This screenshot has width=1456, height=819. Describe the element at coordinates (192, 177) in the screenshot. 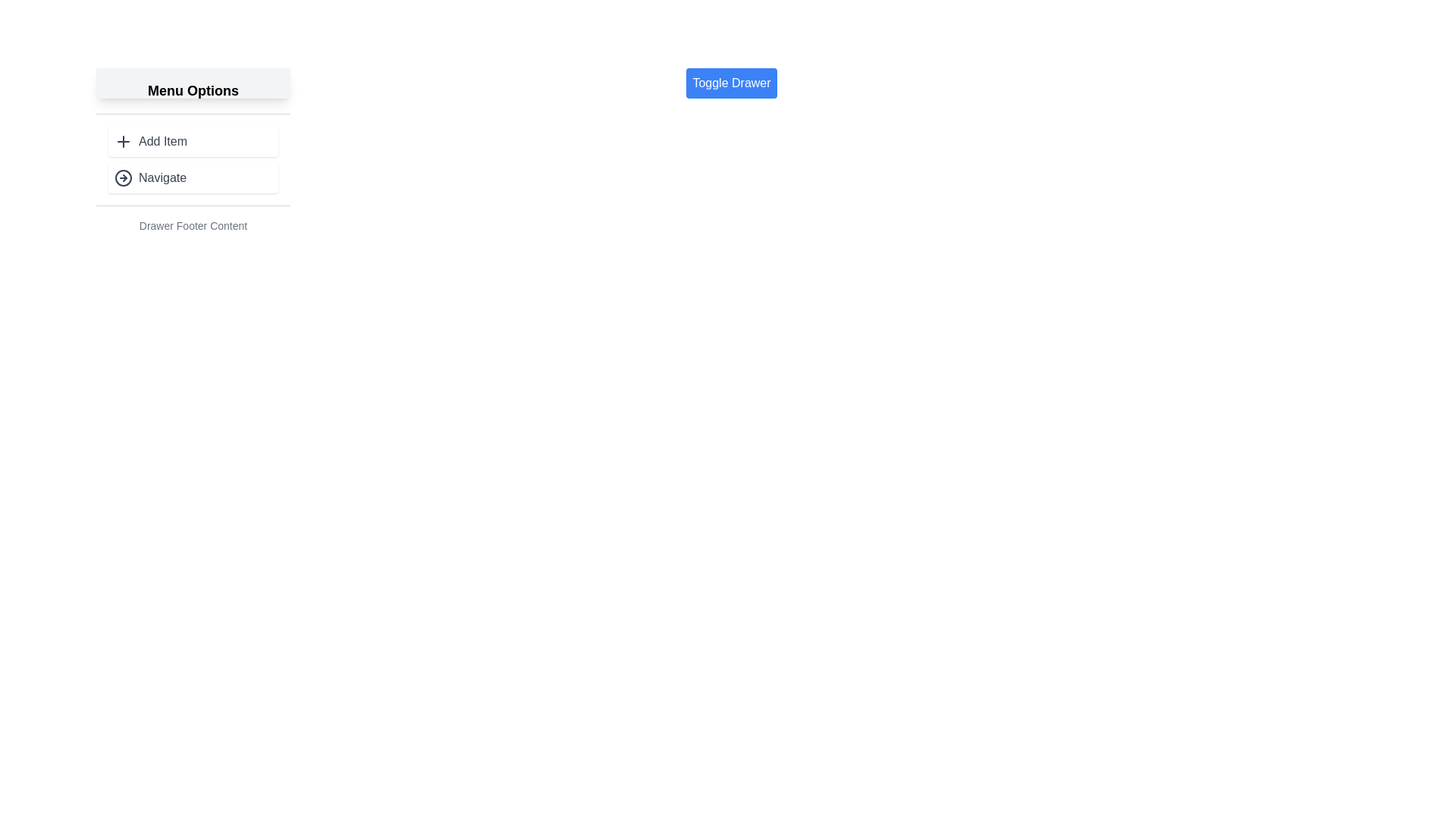

I see `the 'Navigate' button` at that location.